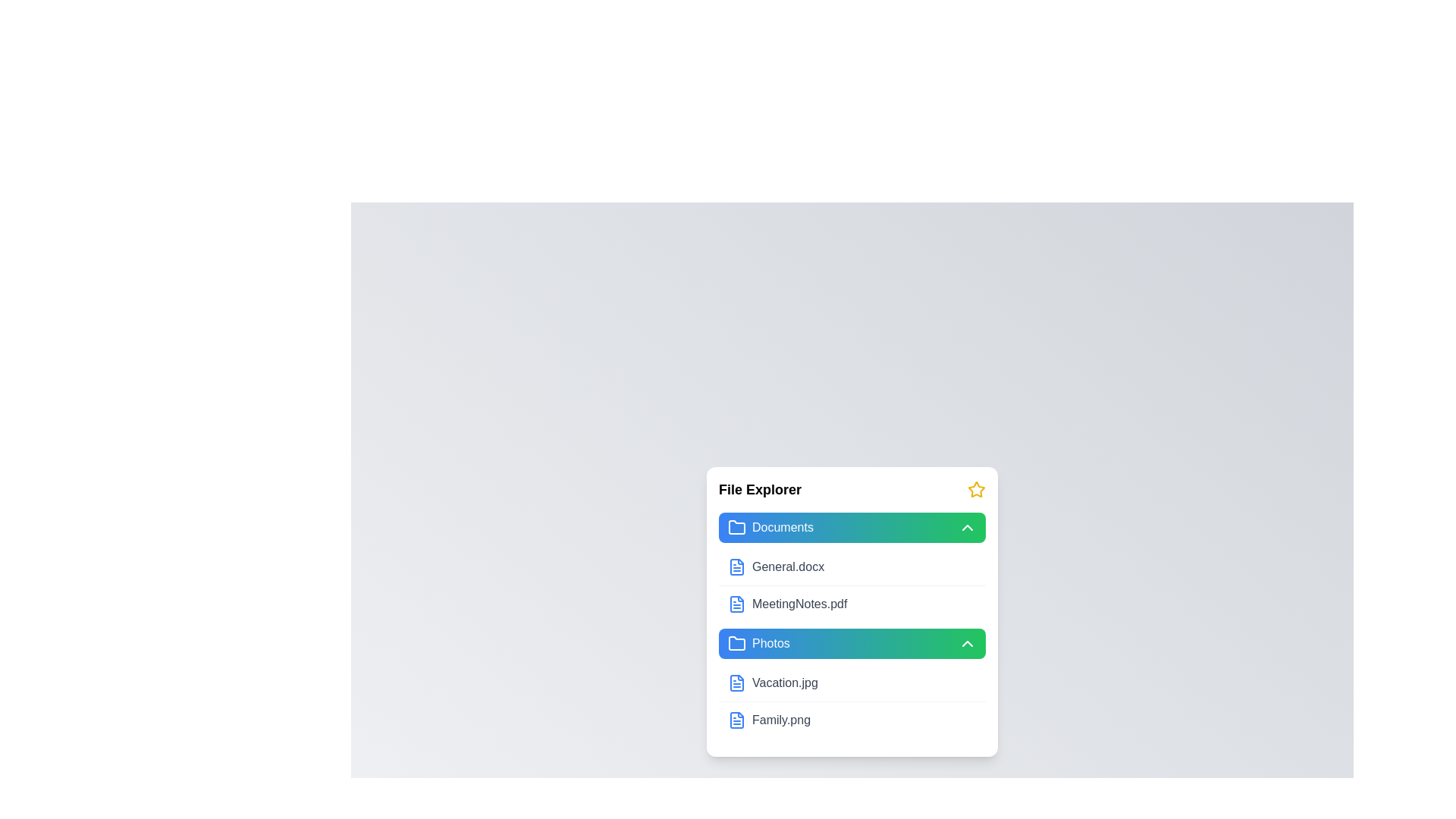 The height and width of the screenshot is (819, 1456). I want to click on the file MeetingNotes.pdf to select it, so click(736, 604).